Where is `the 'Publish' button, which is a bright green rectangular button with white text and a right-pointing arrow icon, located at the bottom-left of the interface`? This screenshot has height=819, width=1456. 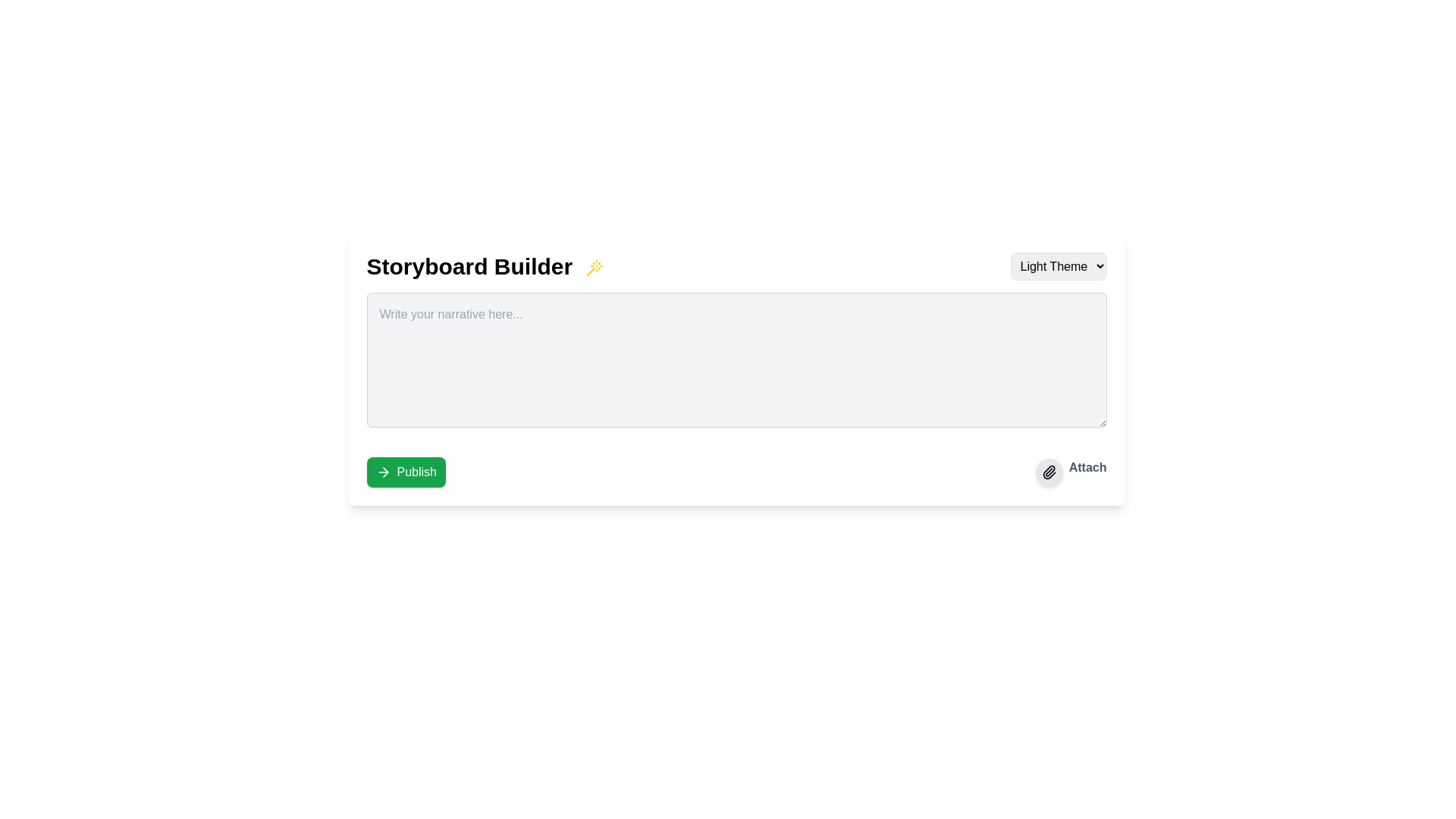
the 'Publish' button, which is a bright green rectangular button with white text and a right-pointing arrow icon, located at the bottom-left of the interface is located at coordinates (406, 472).